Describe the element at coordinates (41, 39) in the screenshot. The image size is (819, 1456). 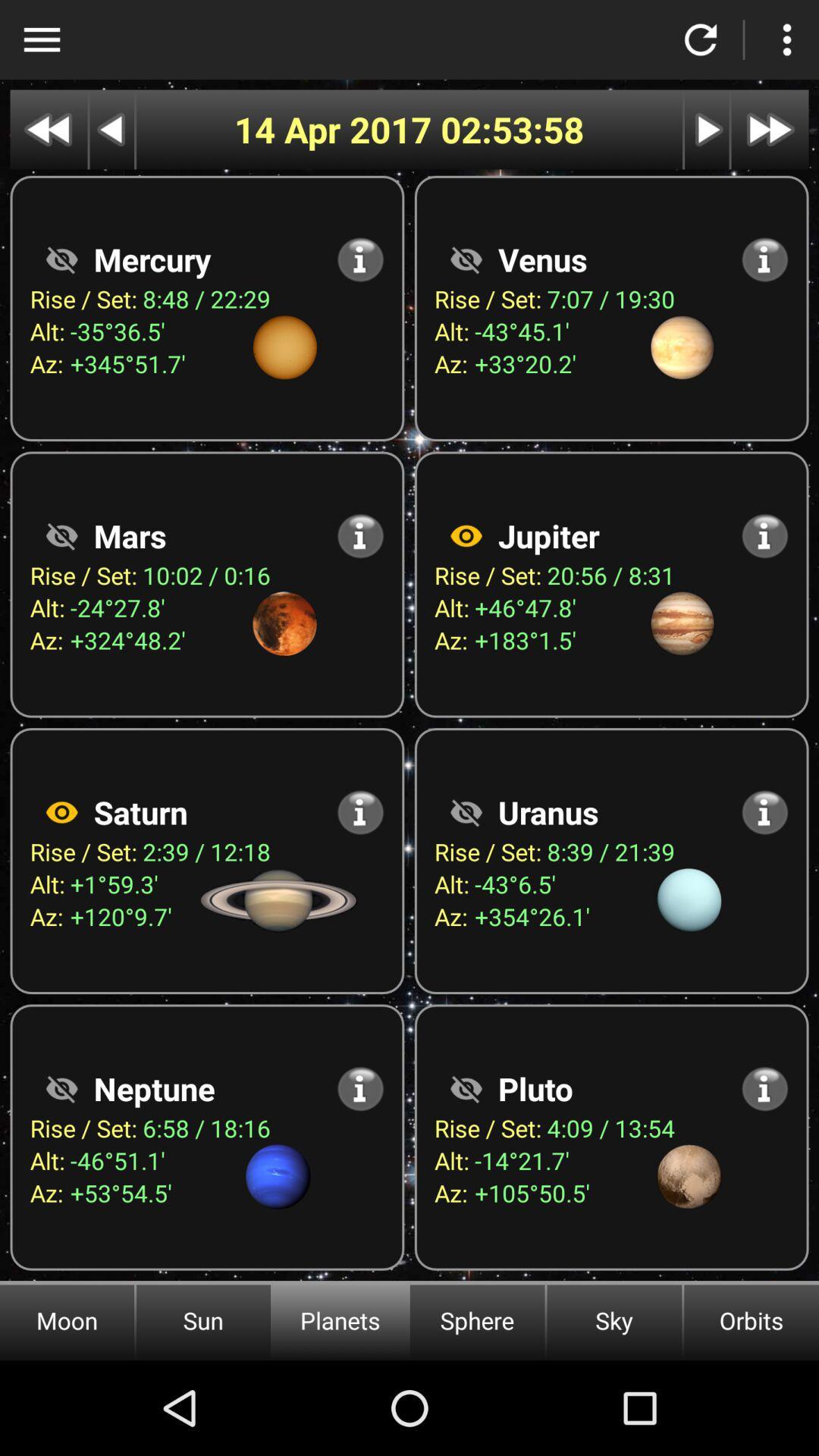
I see `the menu icon` at that location.